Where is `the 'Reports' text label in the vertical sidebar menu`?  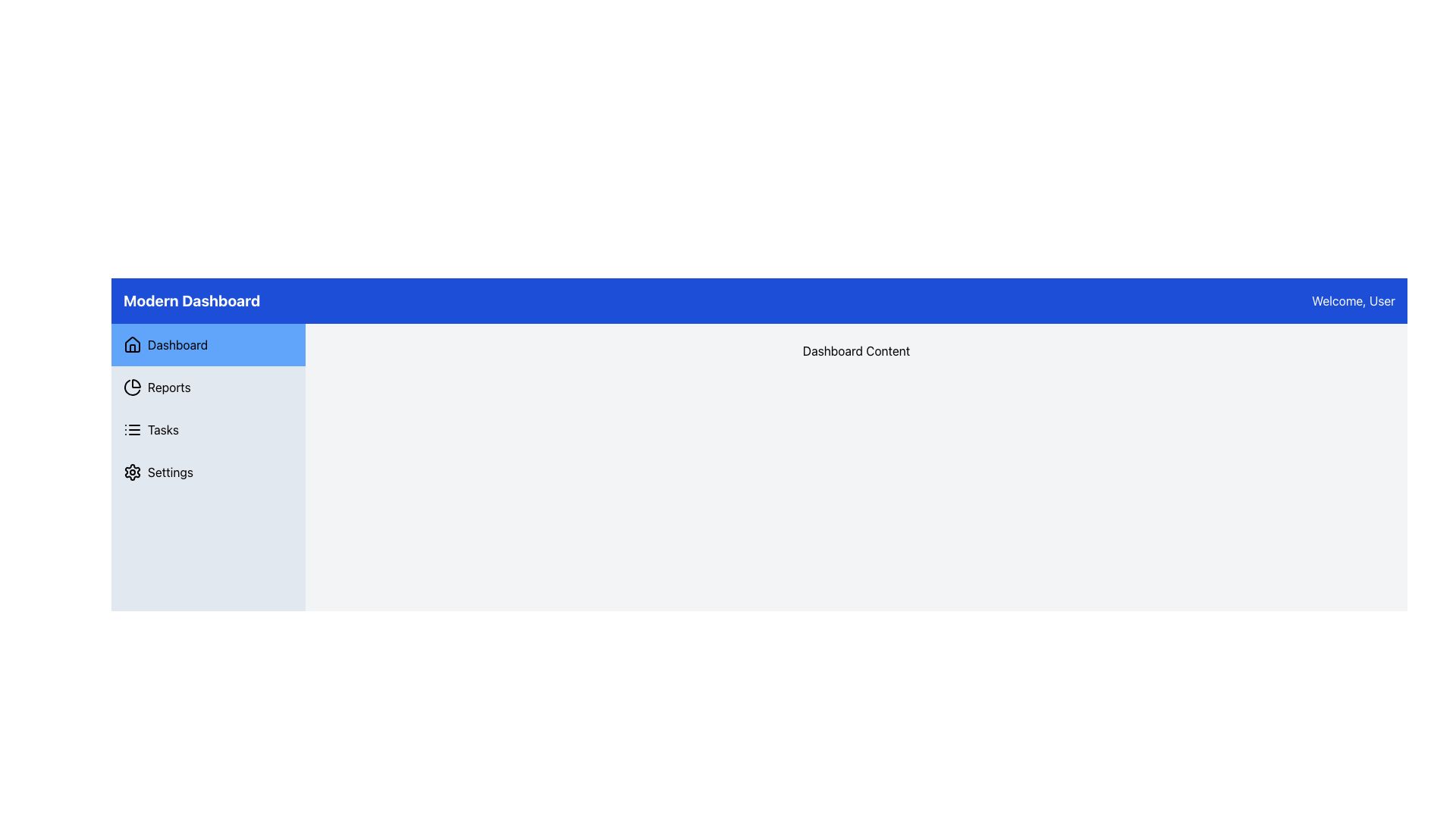
the 'Reports' text label in the vertical sidebar menu is located at coordinates (169, 386).